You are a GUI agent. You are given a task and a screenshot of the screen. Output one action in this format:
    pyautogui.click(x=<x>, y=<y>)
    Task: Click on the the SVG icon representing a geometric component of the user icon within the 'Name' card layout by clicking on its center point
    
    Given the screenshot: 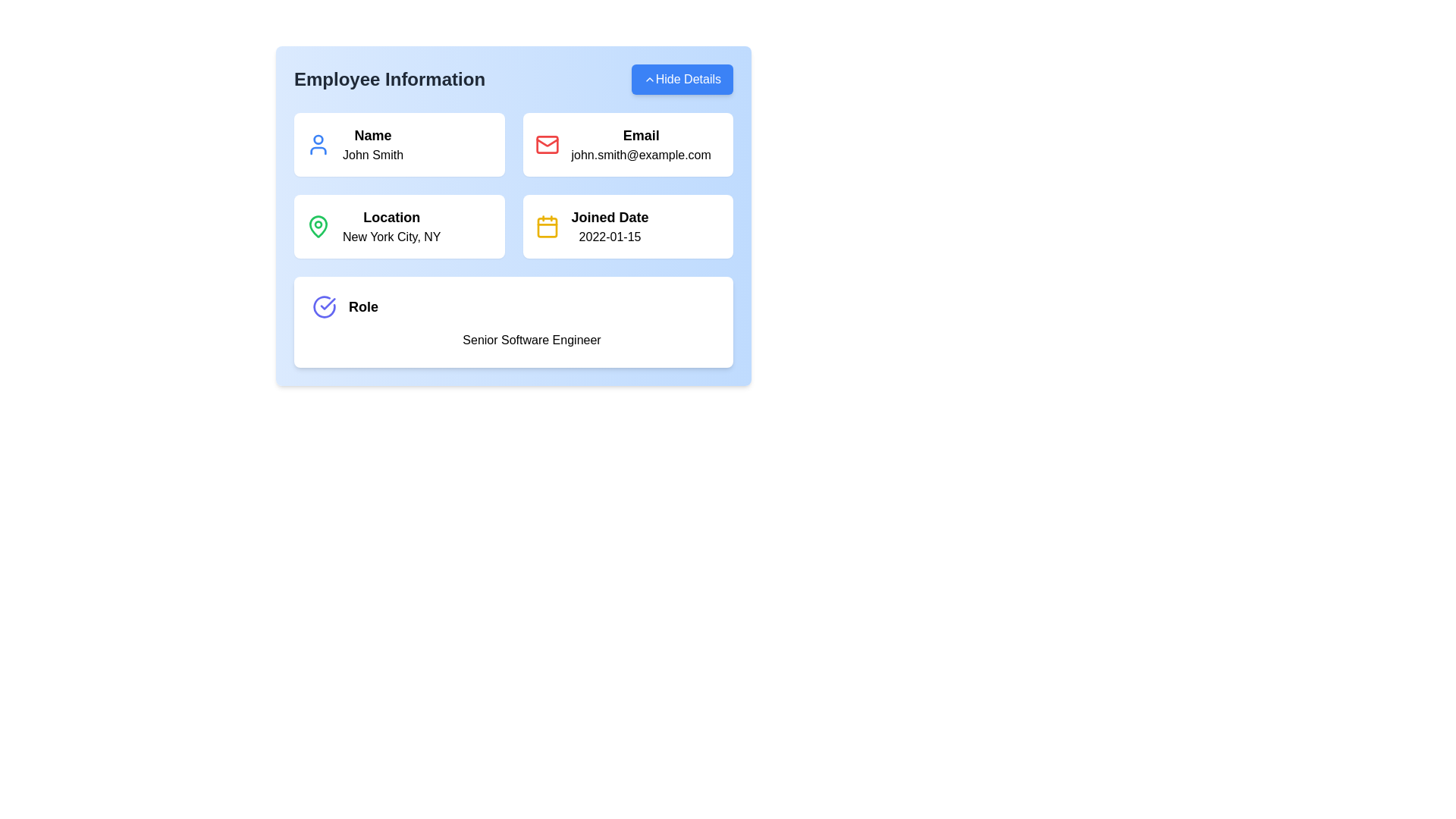 What is the action you would take?
    pyautogui.click(x=318, y=151)
    